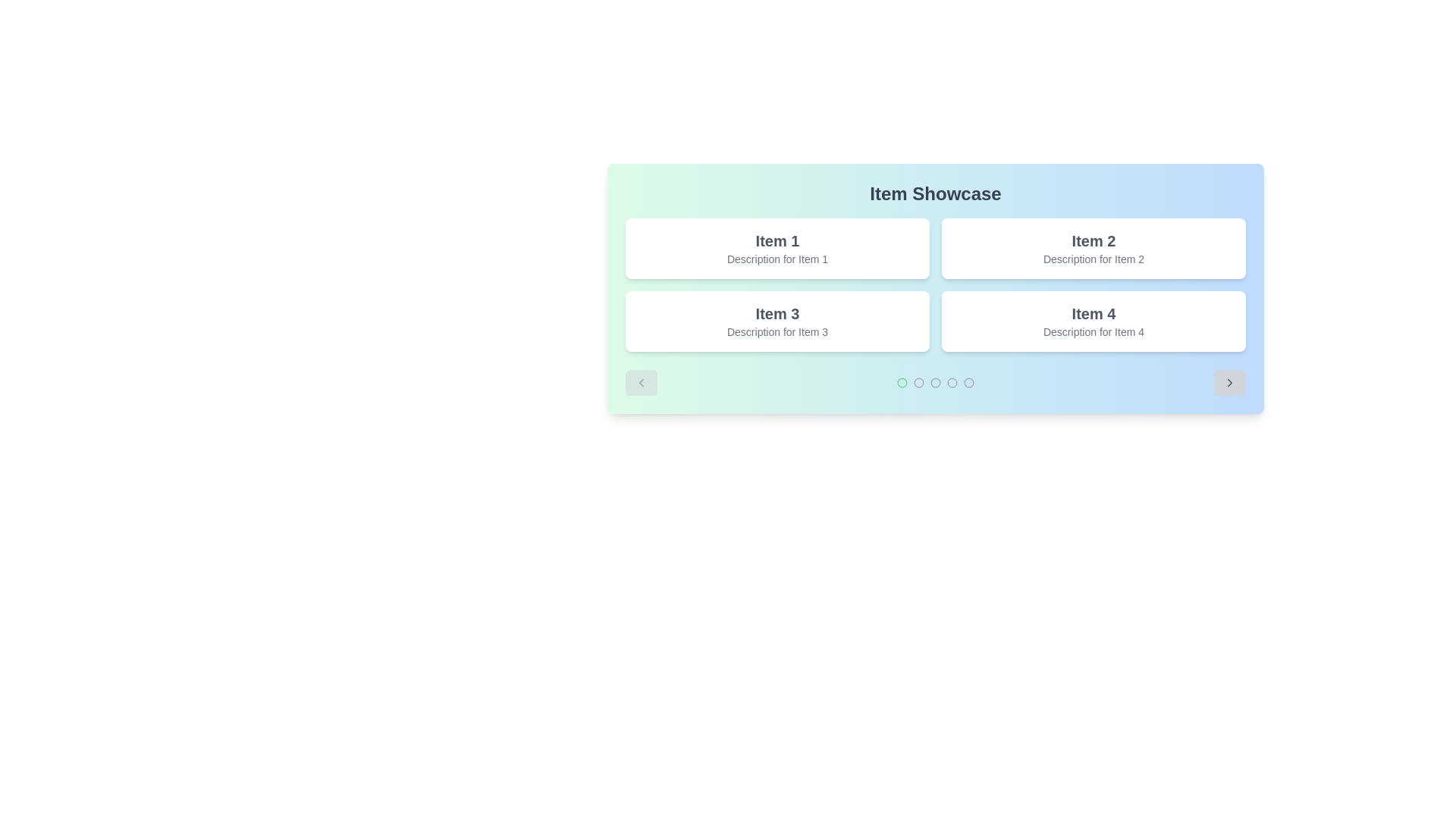 The width and height of the screenshot is (1456, 819). What do you see at coordinates (902, 382) in the screenshot?
I see `the first circular Indicator dot with a green border and white interior` at bounding box center [902, 382].